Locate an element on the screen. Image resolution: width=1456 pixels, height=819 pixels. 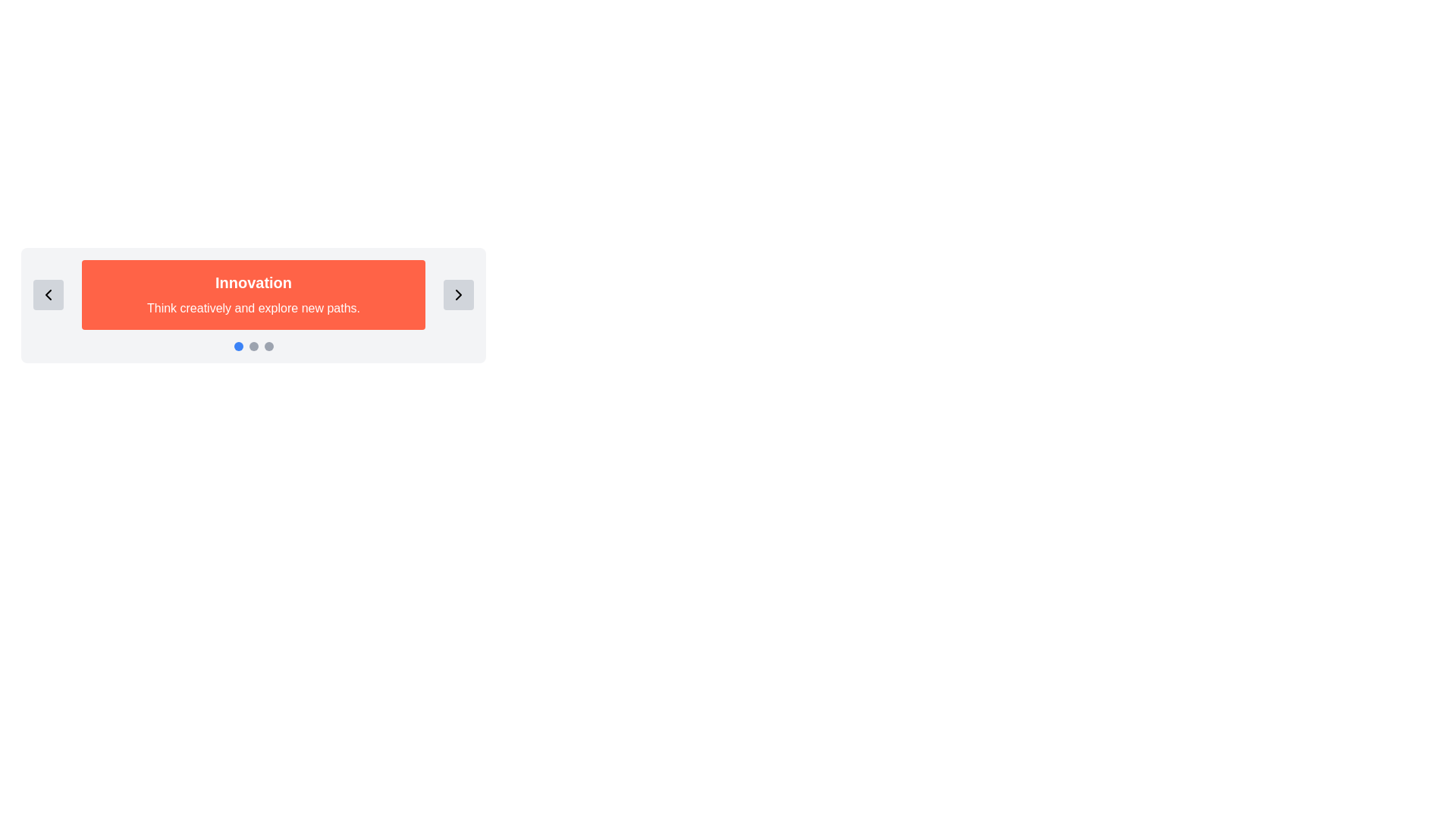
the middle circular navigation indicator located below the 'Innovation' card in a group of three similar icons is located at coordinates (253, 346).